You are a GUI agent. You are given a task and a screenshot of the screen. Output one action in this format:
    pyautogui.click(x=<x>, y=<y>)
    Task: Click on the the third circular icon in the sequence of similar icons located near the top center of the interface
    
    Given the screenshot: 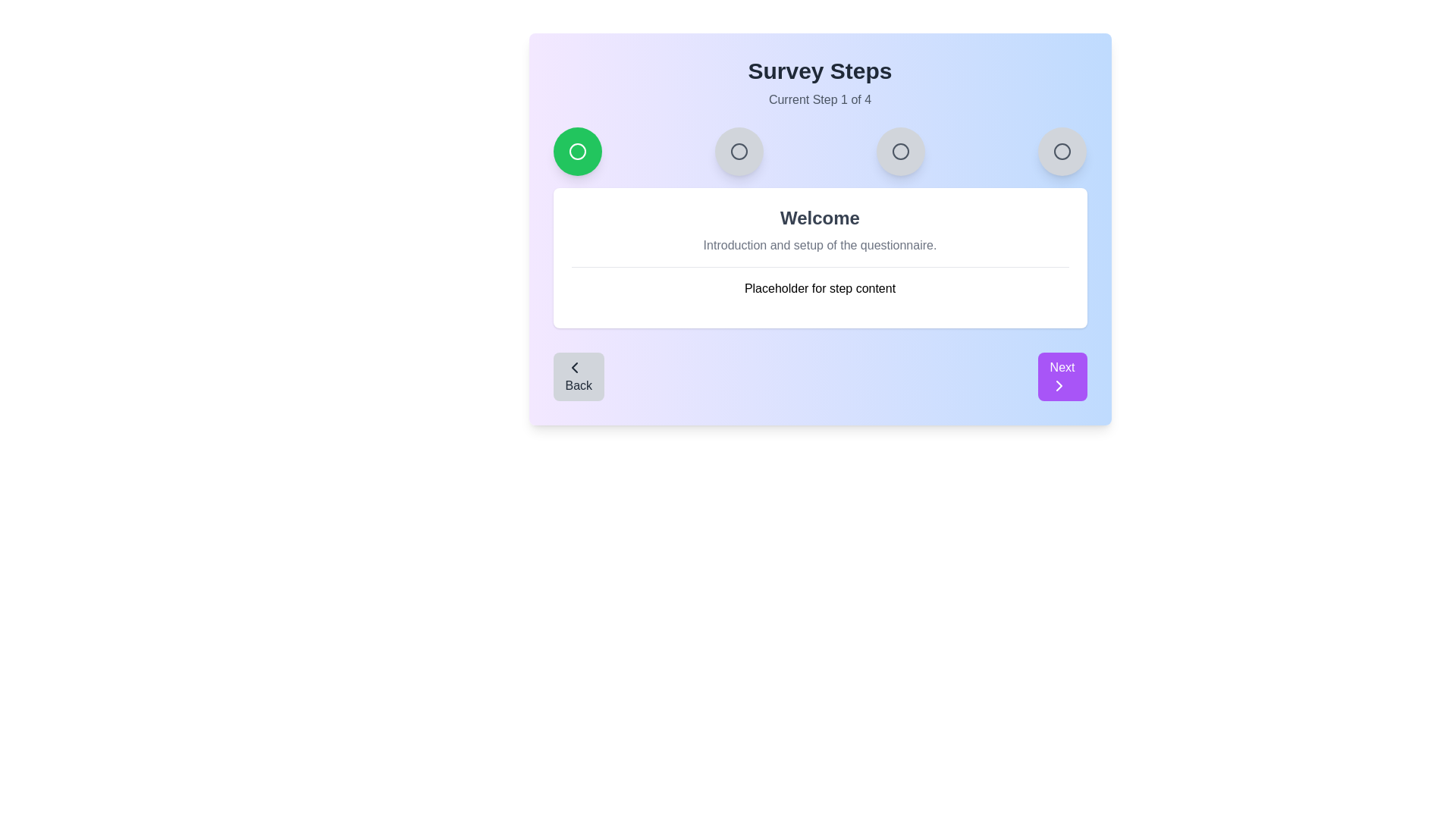 What is the action you would take?
    pyautogui.click(x=901, y=152)
    